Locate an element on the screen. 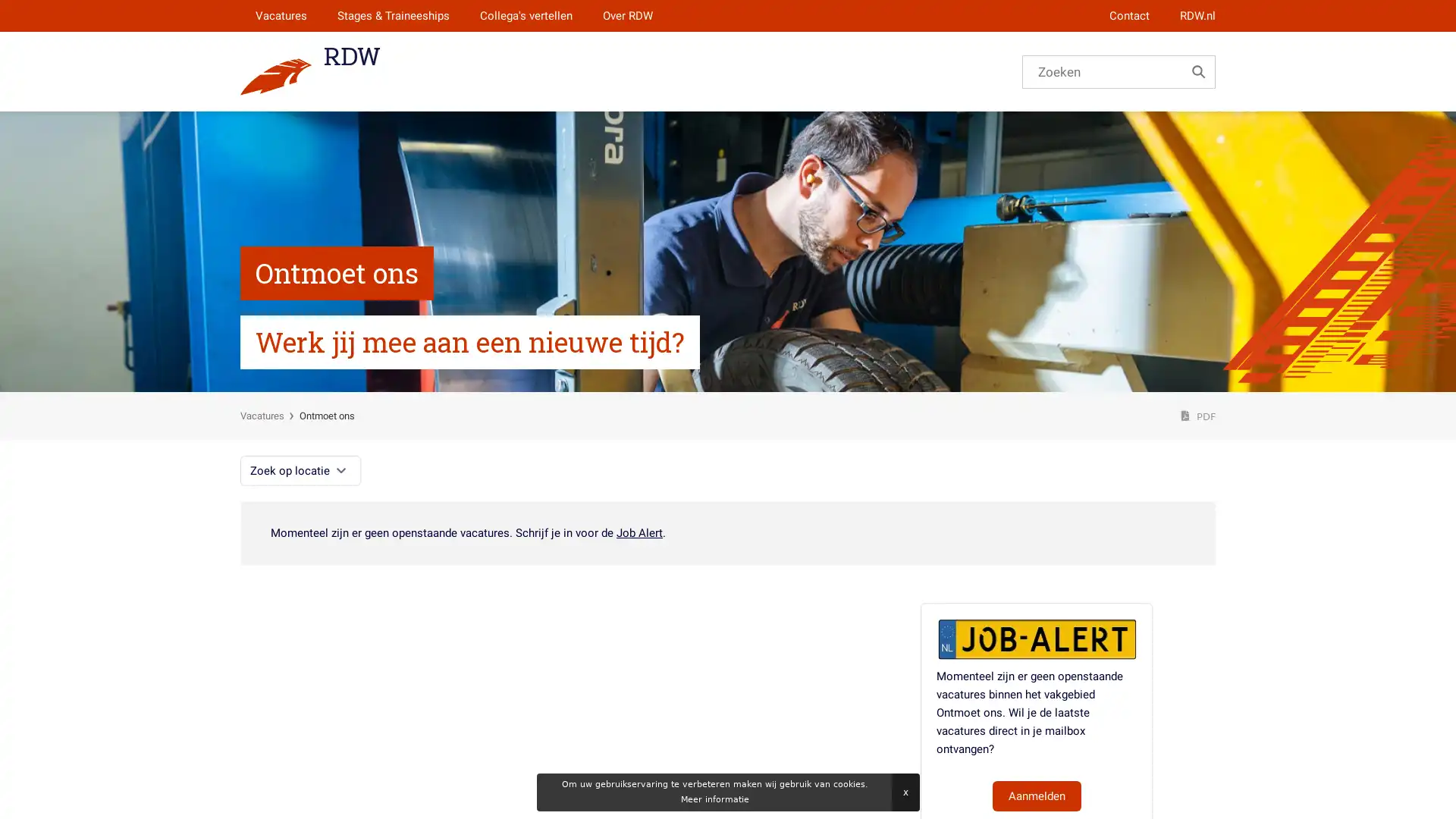  Sluiten is located at coordinates (905, 792).